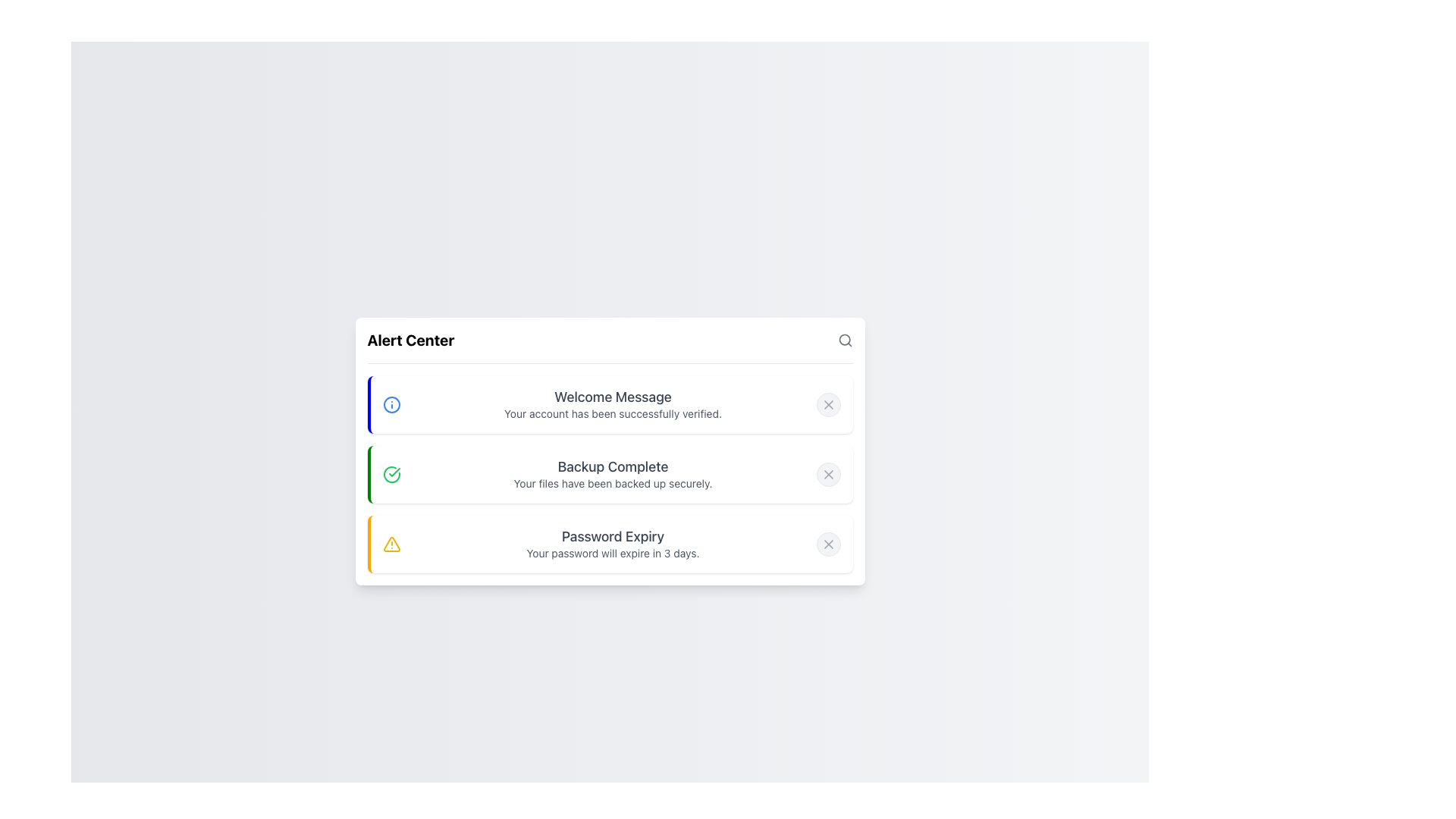 The width and height of the screenshot is (1456, 819). Describe the element at coordinates (613, 413) in the screenshot. I see `static text displaying 'Your account has been successfully verified.' located under the 'Welcome Message' heading in the middle section of the UI` at that location.